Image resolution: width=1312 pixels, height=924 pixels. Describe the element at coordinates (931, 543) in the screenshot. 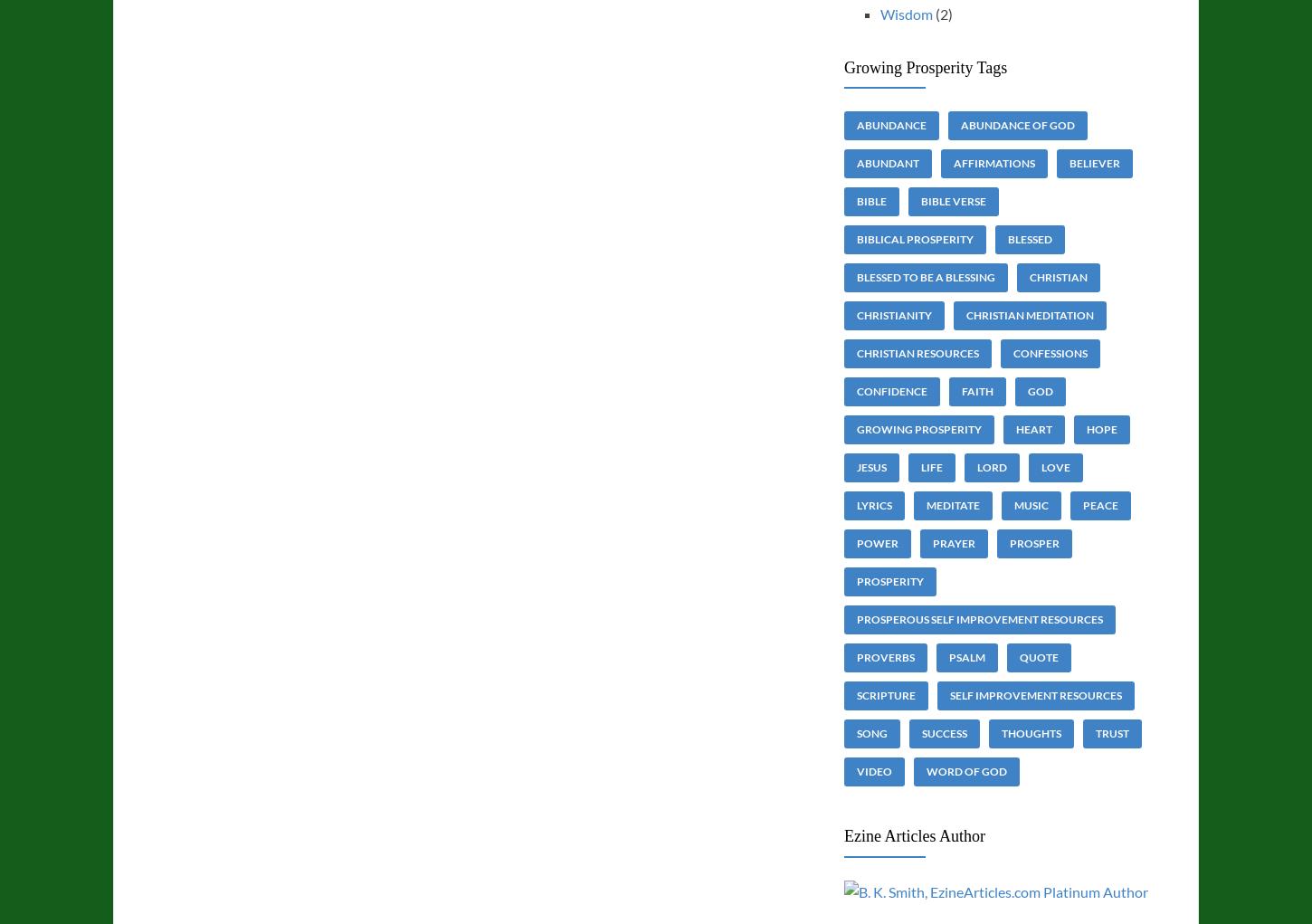

I see `'prayer'` at that location.